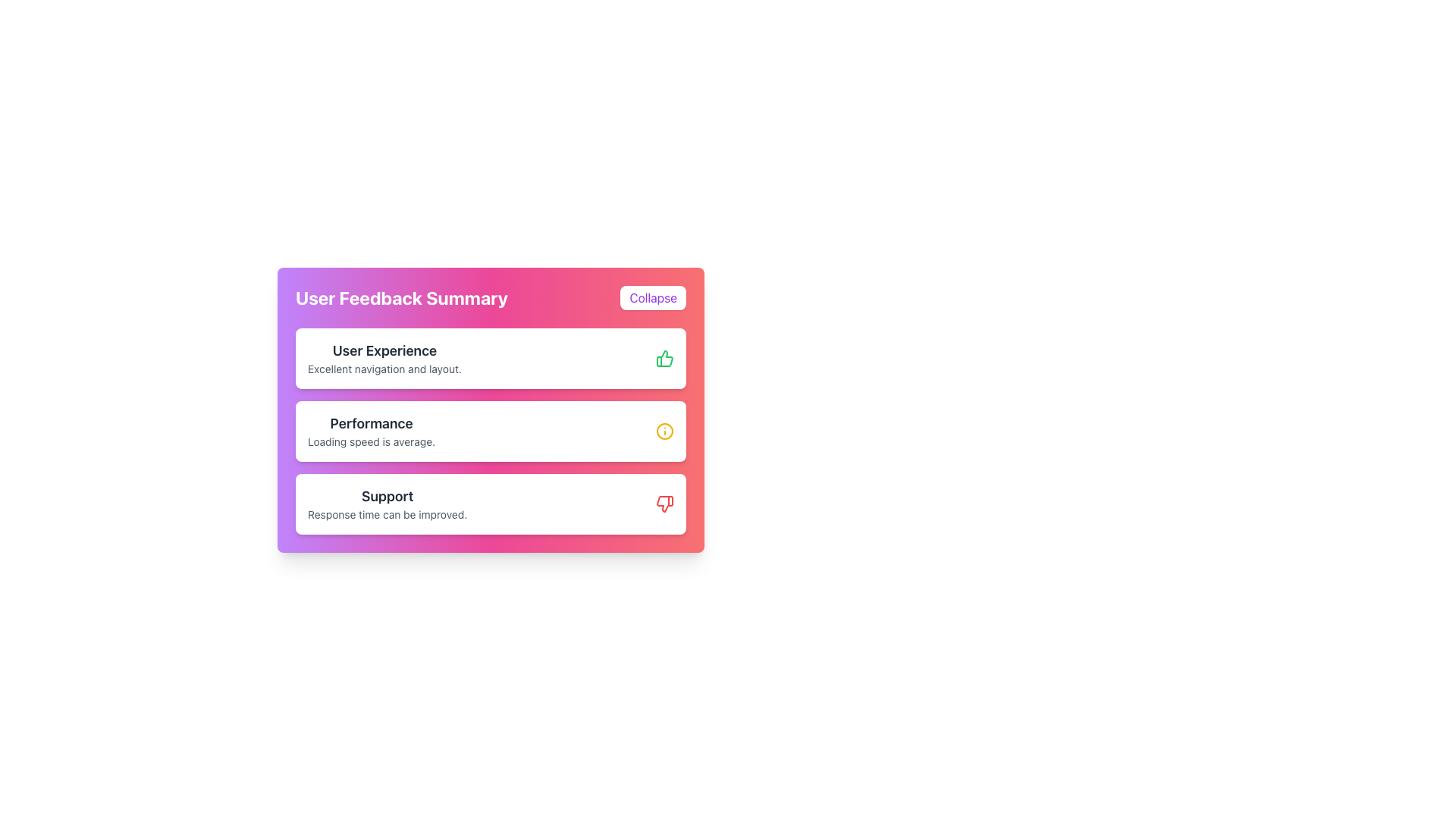 The height and width of the screenshot is (819, 1456). I want to click on the title or header for the 'Support' feedback section, which is located in the third feedback card above the text 'Response time can be improved.', so click(388, 497).